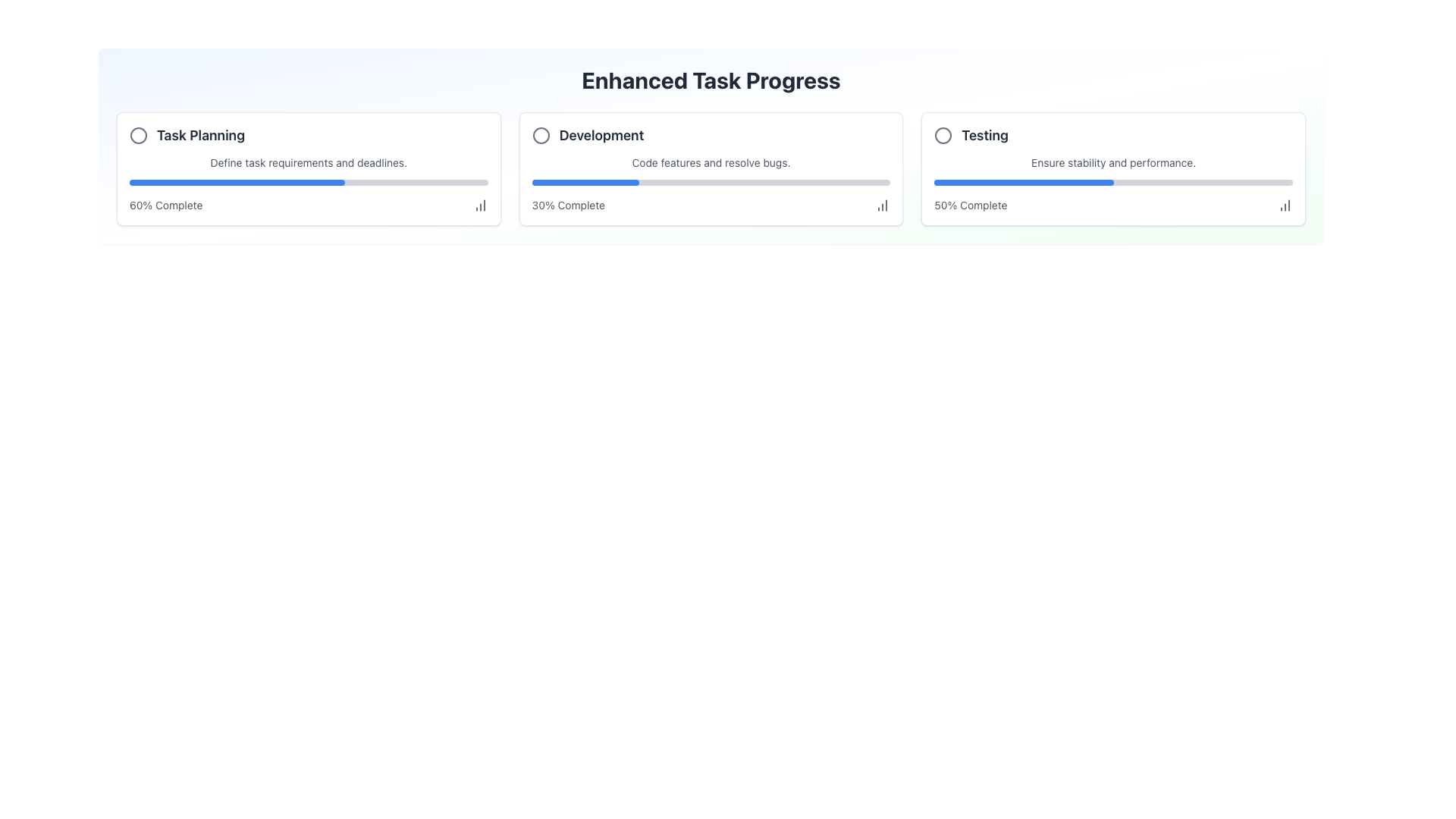 Image resolution: width=1456 pixels, height=819 pixels. Describe the element at coordinates (166, 205) in the screenshot. I see `the text label displaying '60% Complete' located in the 'Task Planning' card under the progress bar` at that location.